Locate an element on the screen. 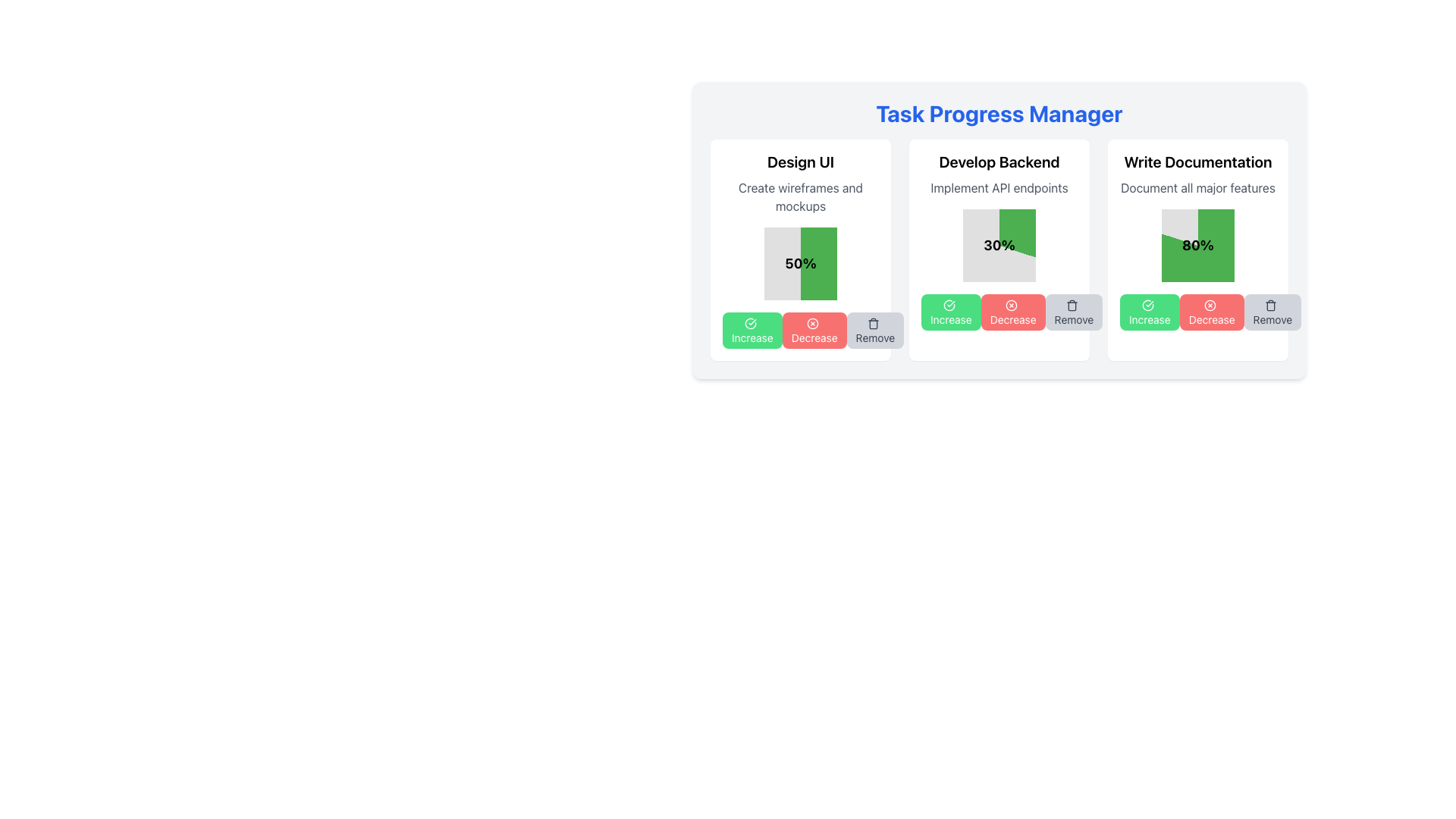  the 'Decrease' button is located at coordinates (1211, 312).